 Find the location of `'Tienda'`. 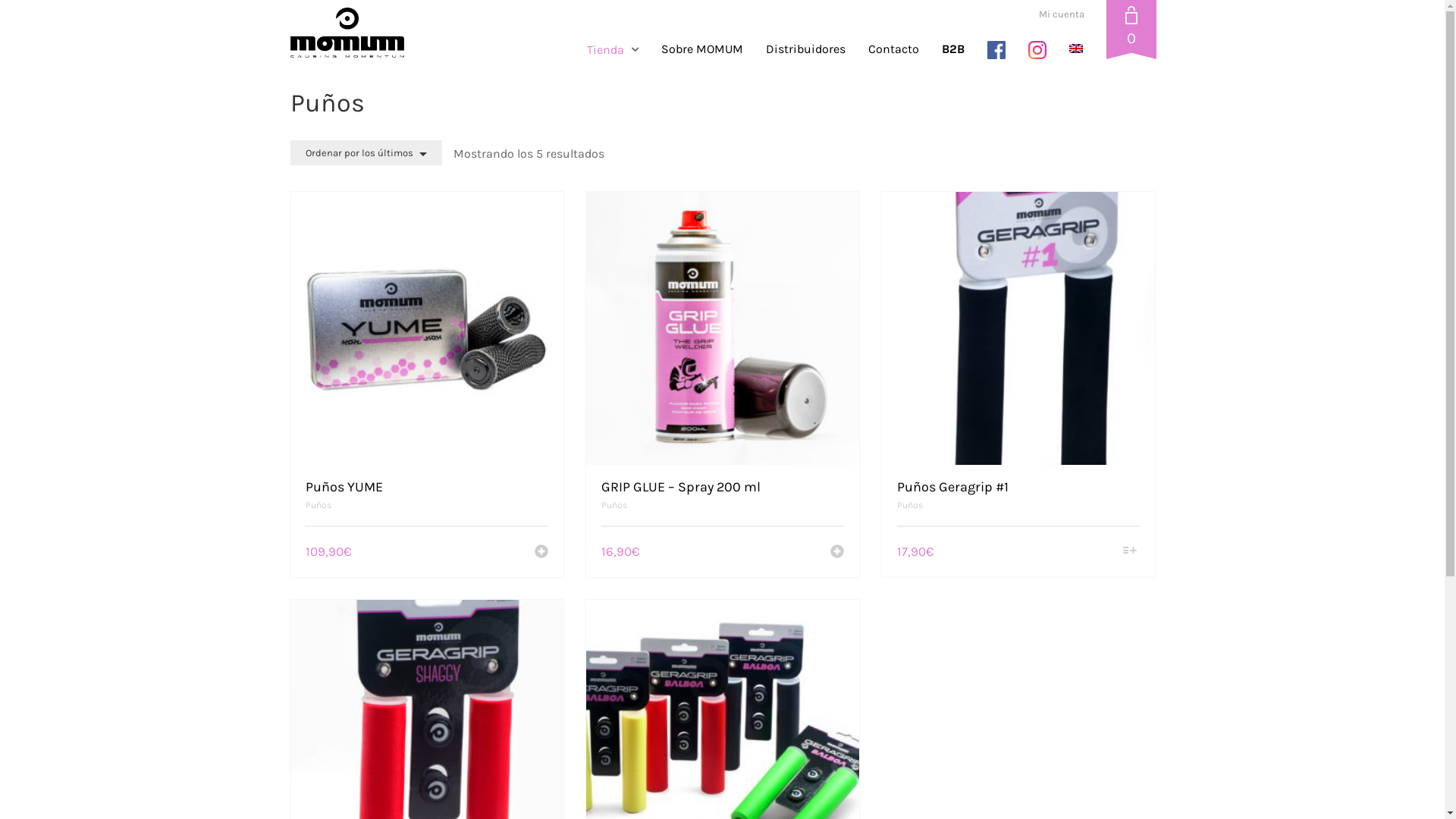

'Tienda' is located at coordinates (618, 49).